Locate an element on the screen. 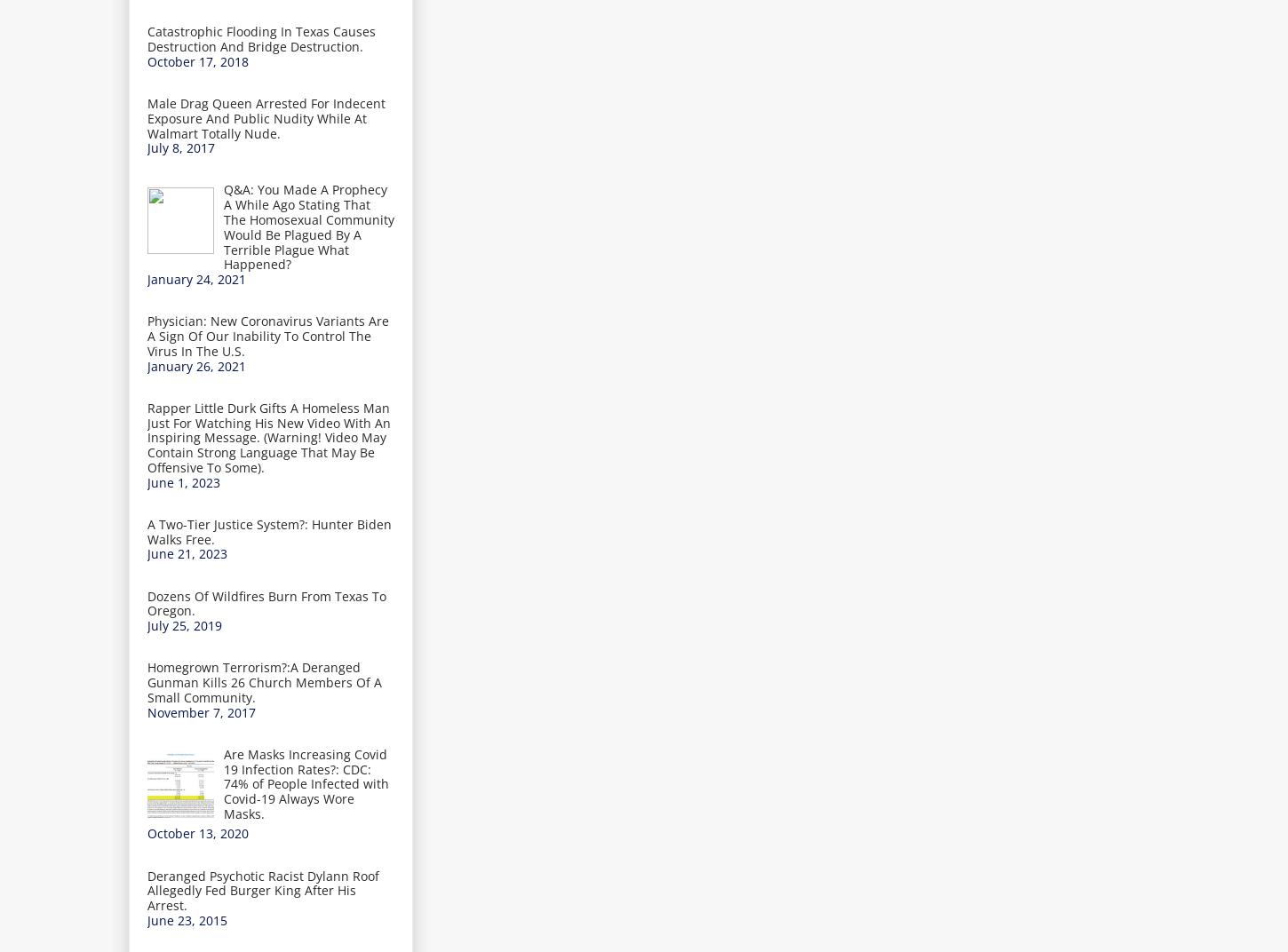 The height and width of the screenshot is (952, 1288). 'A Two-Tier Justice System?: Hunter Biden Walks Free.' is located at coordinates (269, 529).